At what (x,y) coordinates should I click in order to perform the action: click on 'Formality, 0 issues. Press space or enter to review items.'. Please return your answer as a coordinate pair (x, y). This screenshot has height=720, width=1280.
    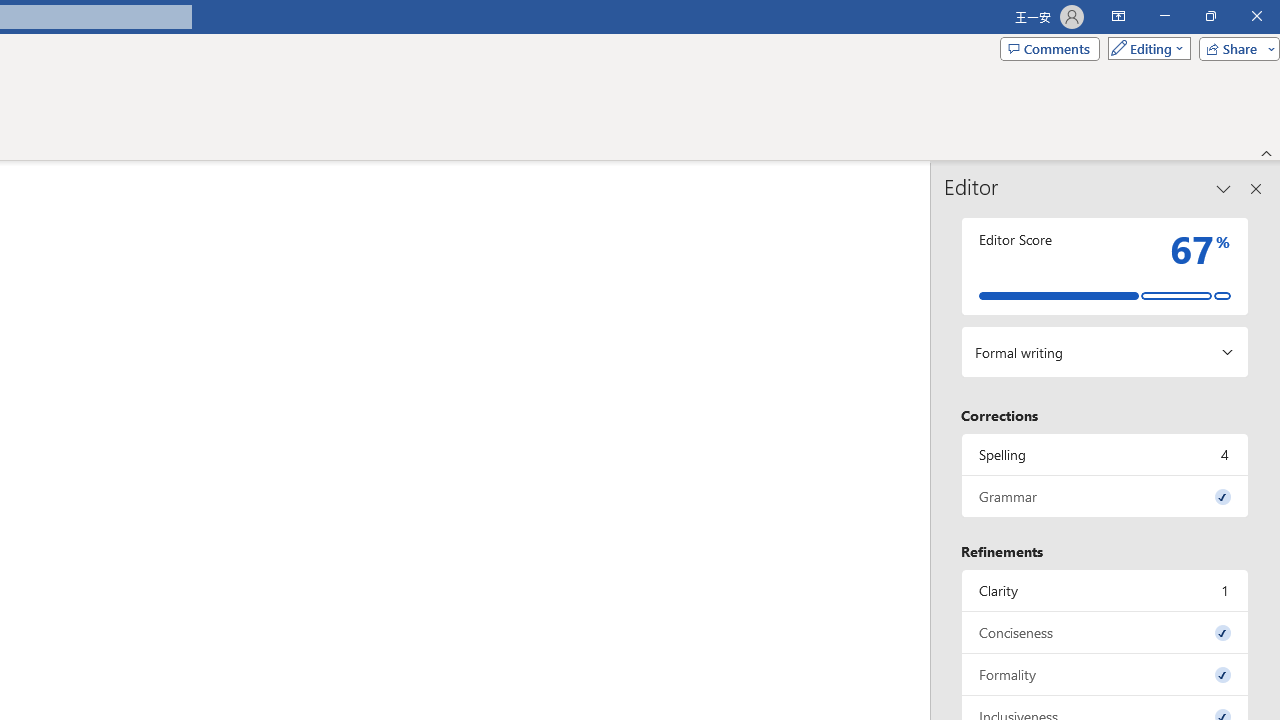
    Looking at the image, I should click on (1104, 674).